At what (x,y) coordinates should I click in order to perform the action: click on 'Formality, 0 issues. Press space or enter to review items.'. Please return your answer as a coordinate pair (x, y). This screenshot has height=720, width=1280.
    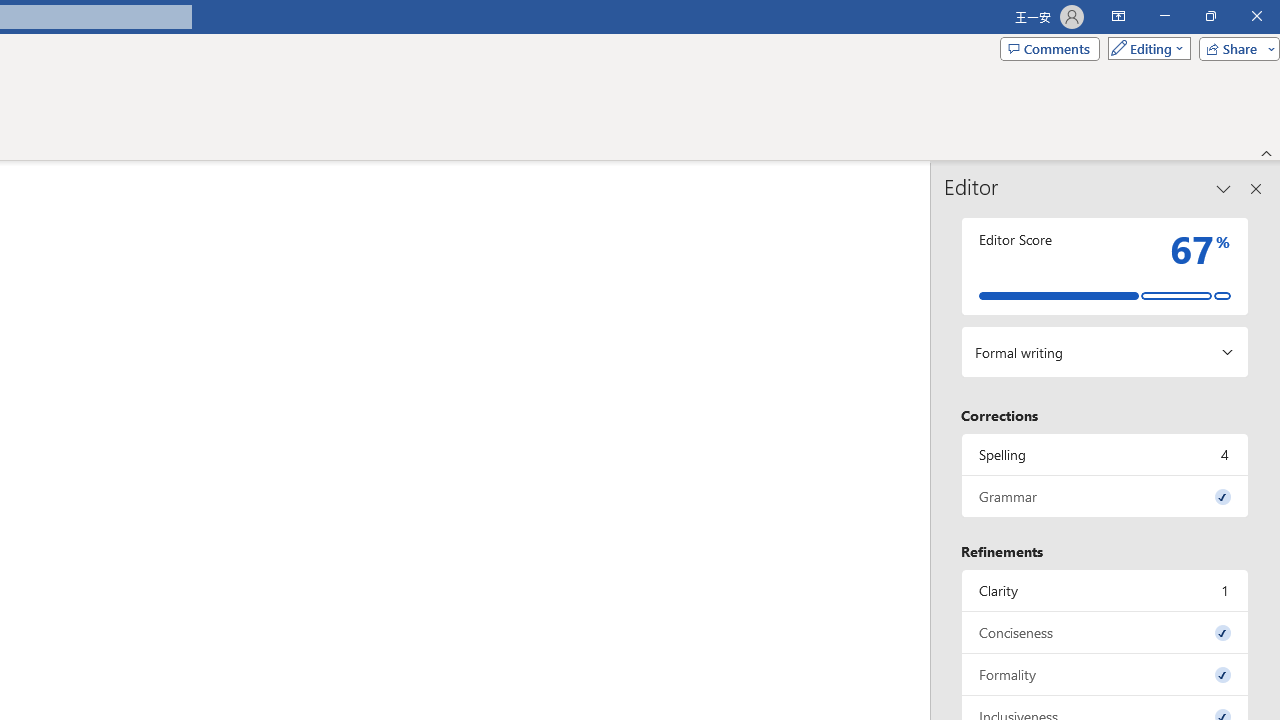
    Looking at the image, I should click on (1104, 674).